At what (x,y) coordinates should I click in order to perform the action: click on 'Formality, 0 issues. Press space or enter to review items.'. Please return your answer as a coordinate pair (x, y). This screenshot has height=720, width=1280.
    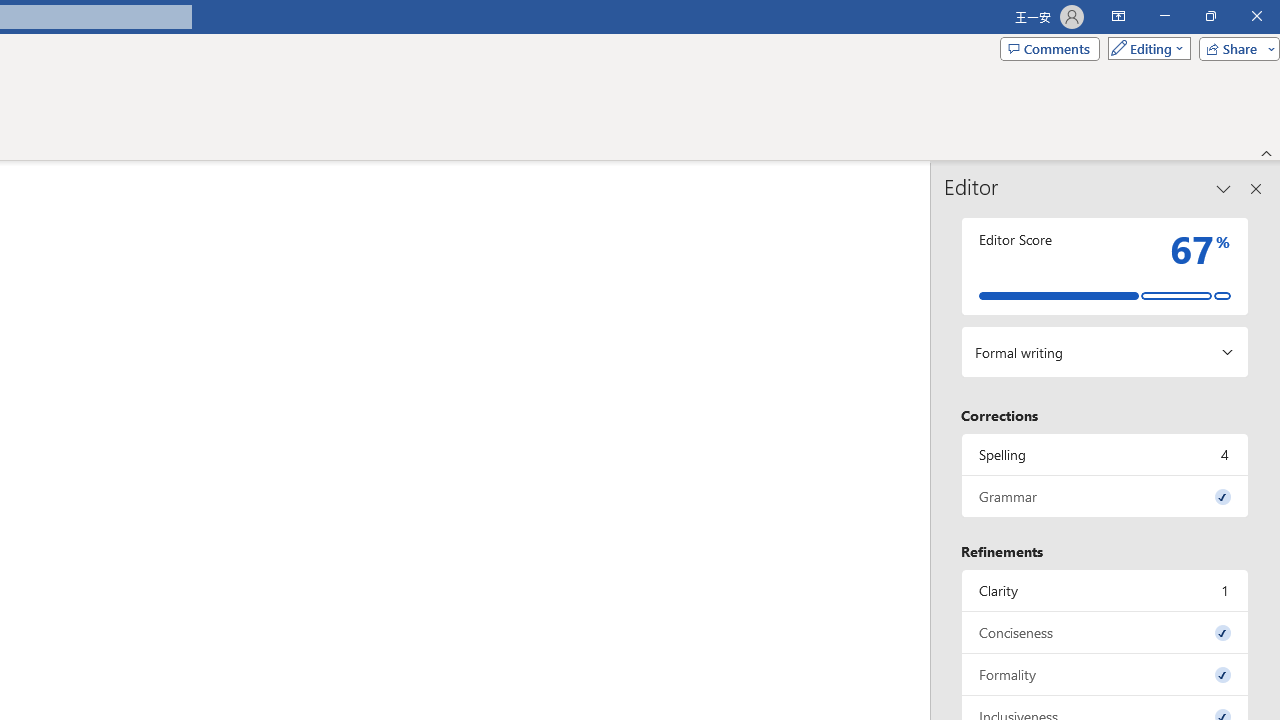
    Looking at the image, I should click on (1104, 674).